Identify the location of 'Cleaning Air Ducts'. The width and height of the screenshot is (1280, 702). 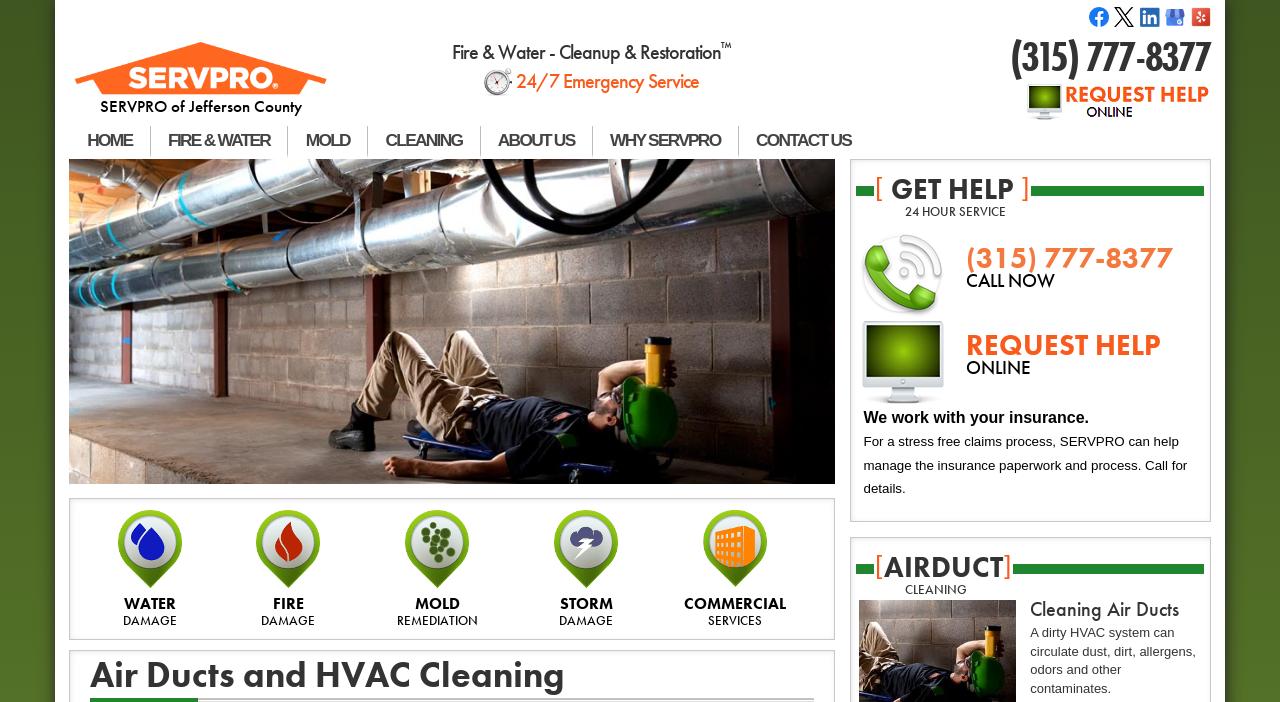
(1103, 608).